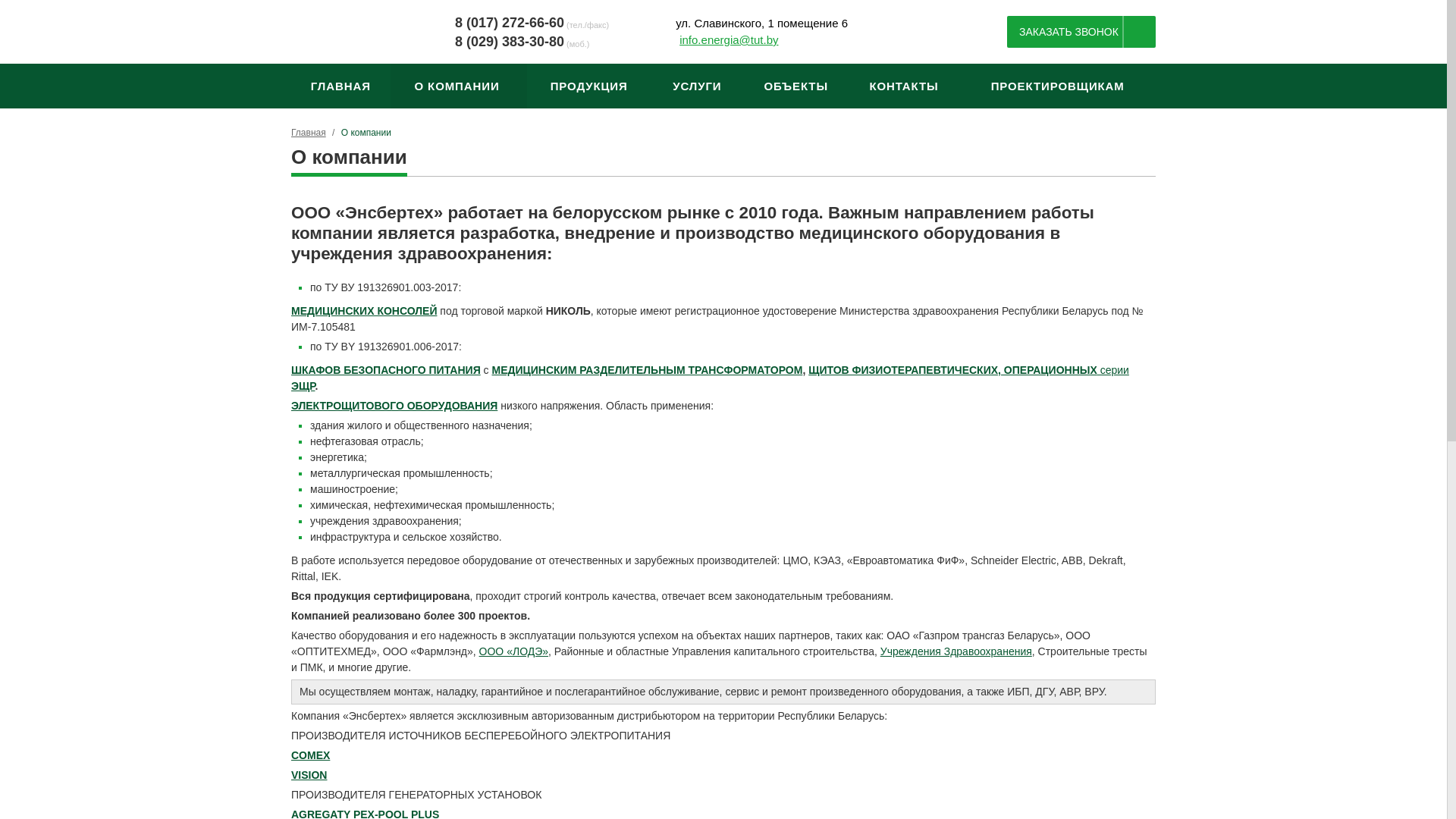 The height and width of the screenshot is (819, 1456). What do you see at coordinates (454, 22) in the screenshot?
I see `'8 (017) 272-66-60'` at bounding box center [454, 22].